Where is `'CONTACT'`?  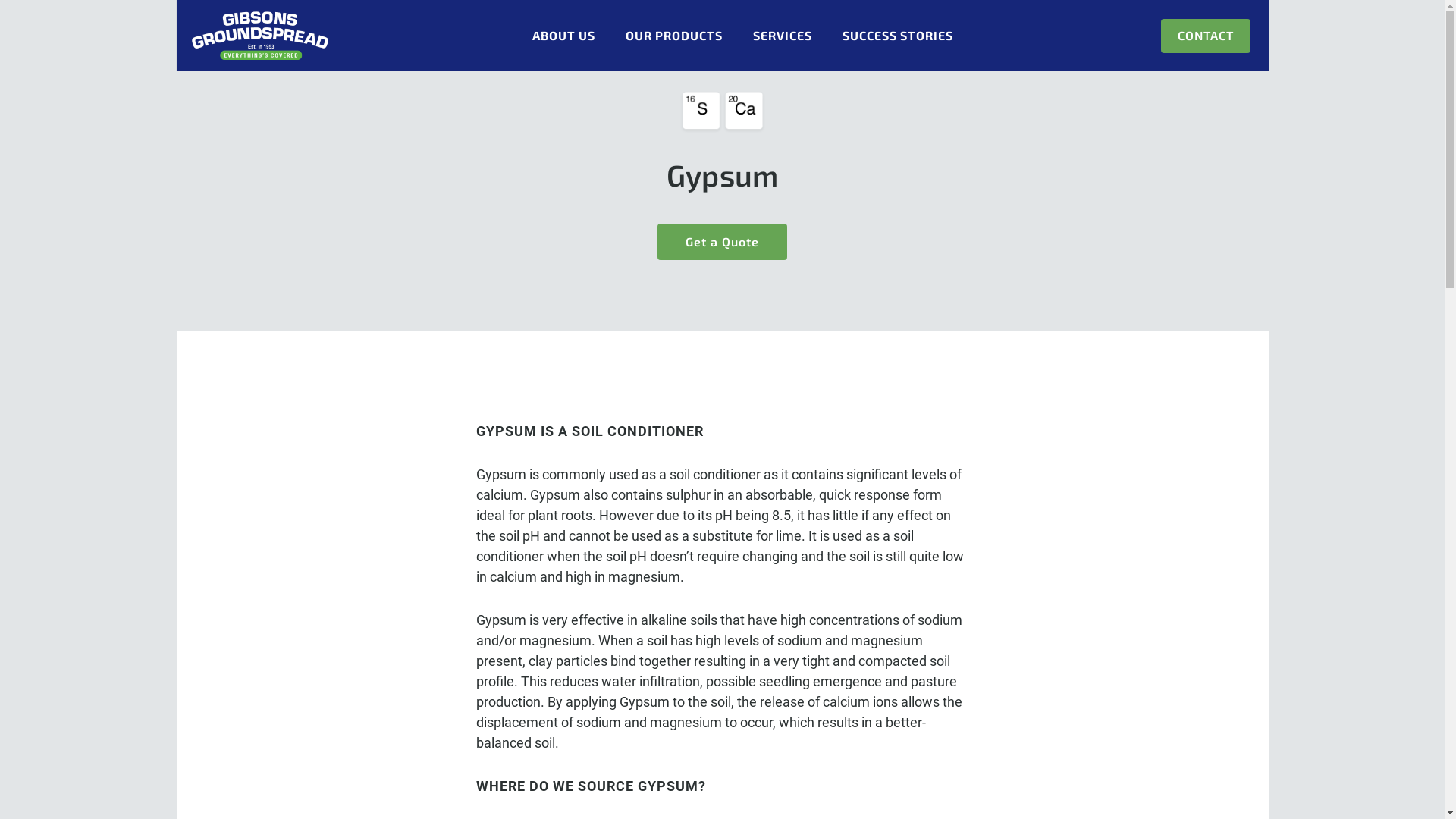 'CONTACT' is located at coordinates (1203, 35).